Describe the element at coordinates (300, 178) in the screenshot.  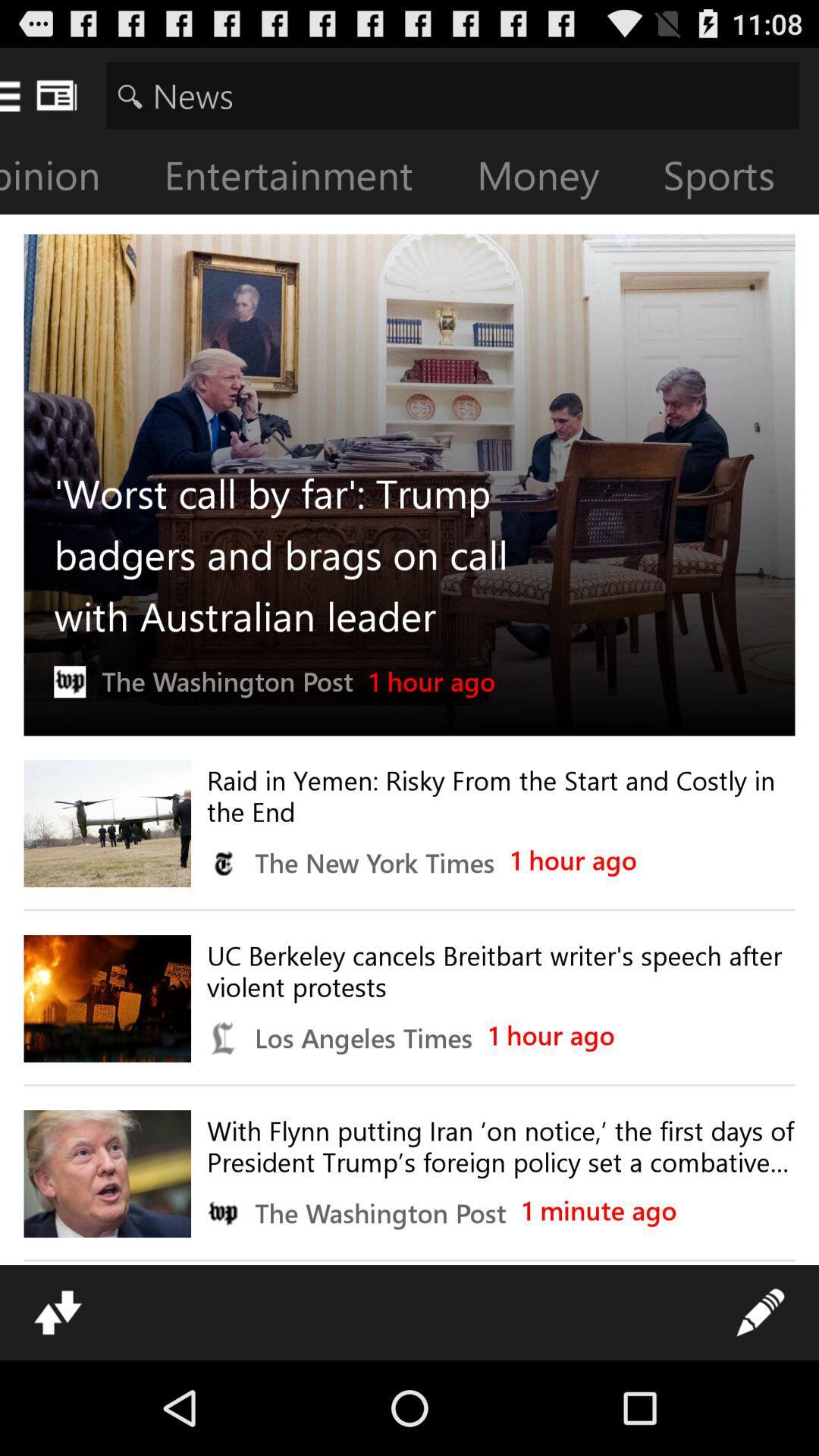
I see `item next to opinion icon` at that location.